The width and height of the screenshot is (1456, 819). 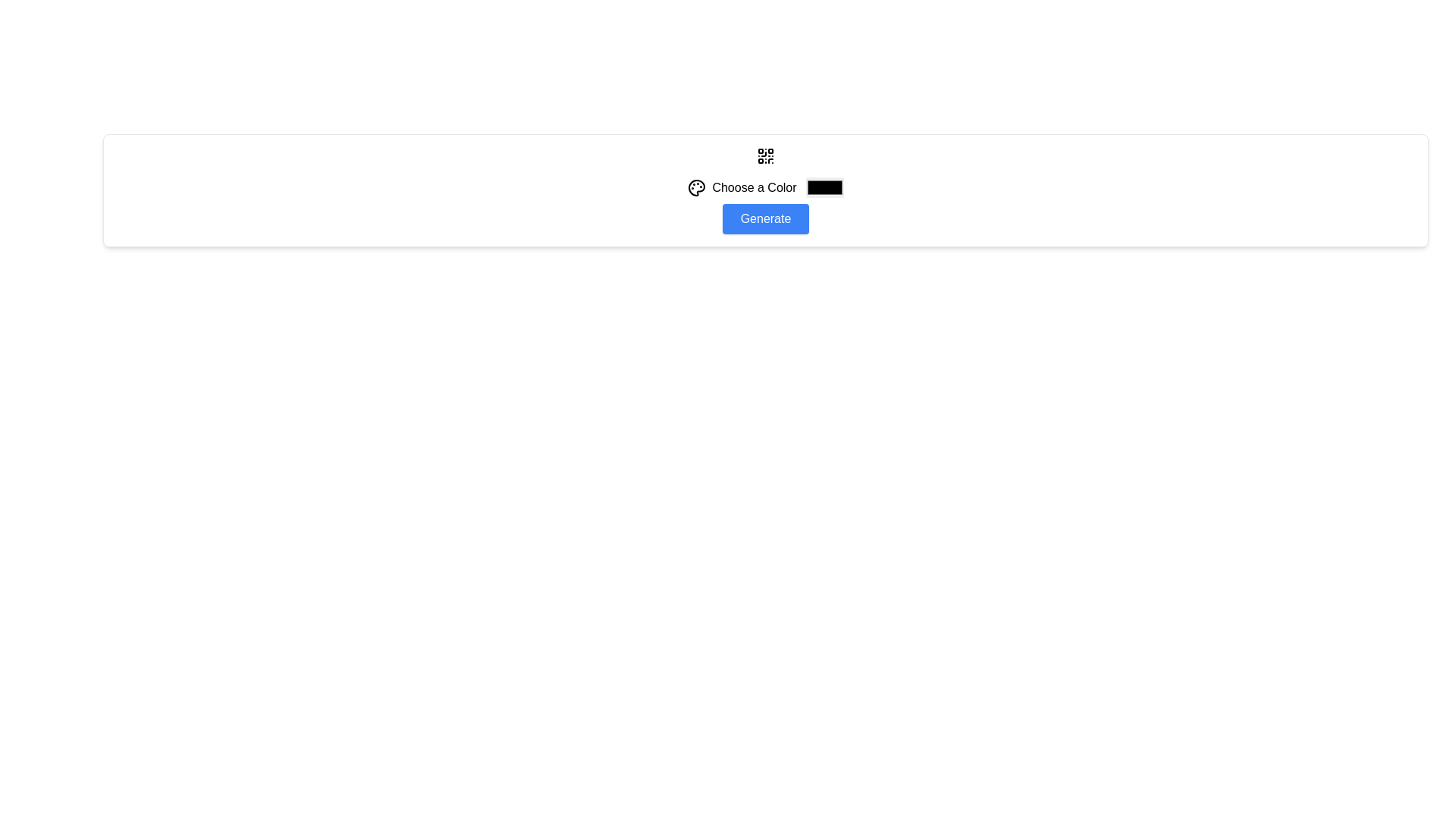 I want to click on the central button located beneath the color selection input, so click(x=765, y=219).